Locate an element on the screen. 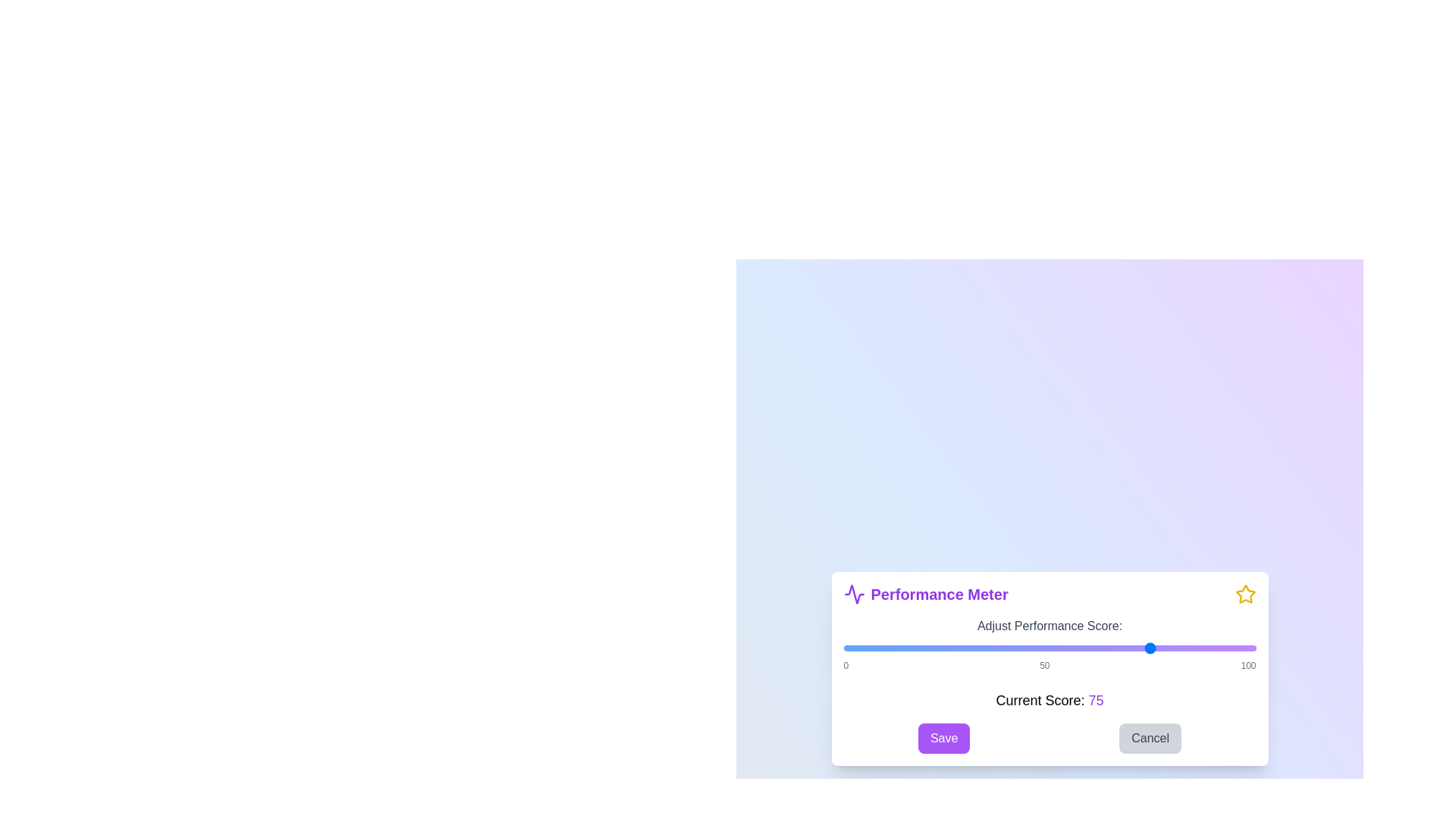 The width and height of the screenshot is (1456, 819). the performance score to 84 using the slider is located at coordinates (1189, 648).